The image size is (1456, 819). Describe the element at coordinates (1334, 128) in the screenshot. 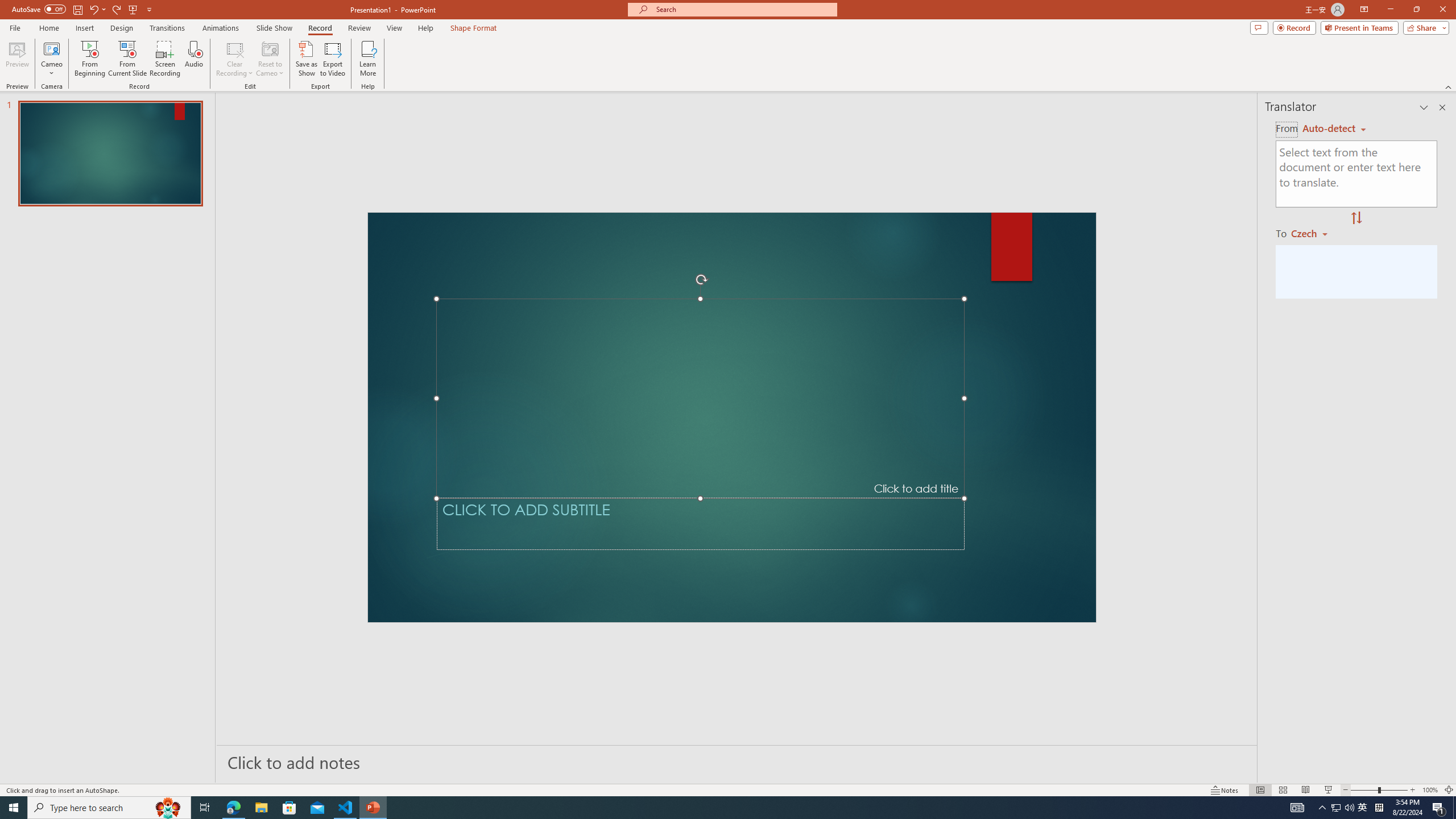

I see `'Auto-detect'` at that location.